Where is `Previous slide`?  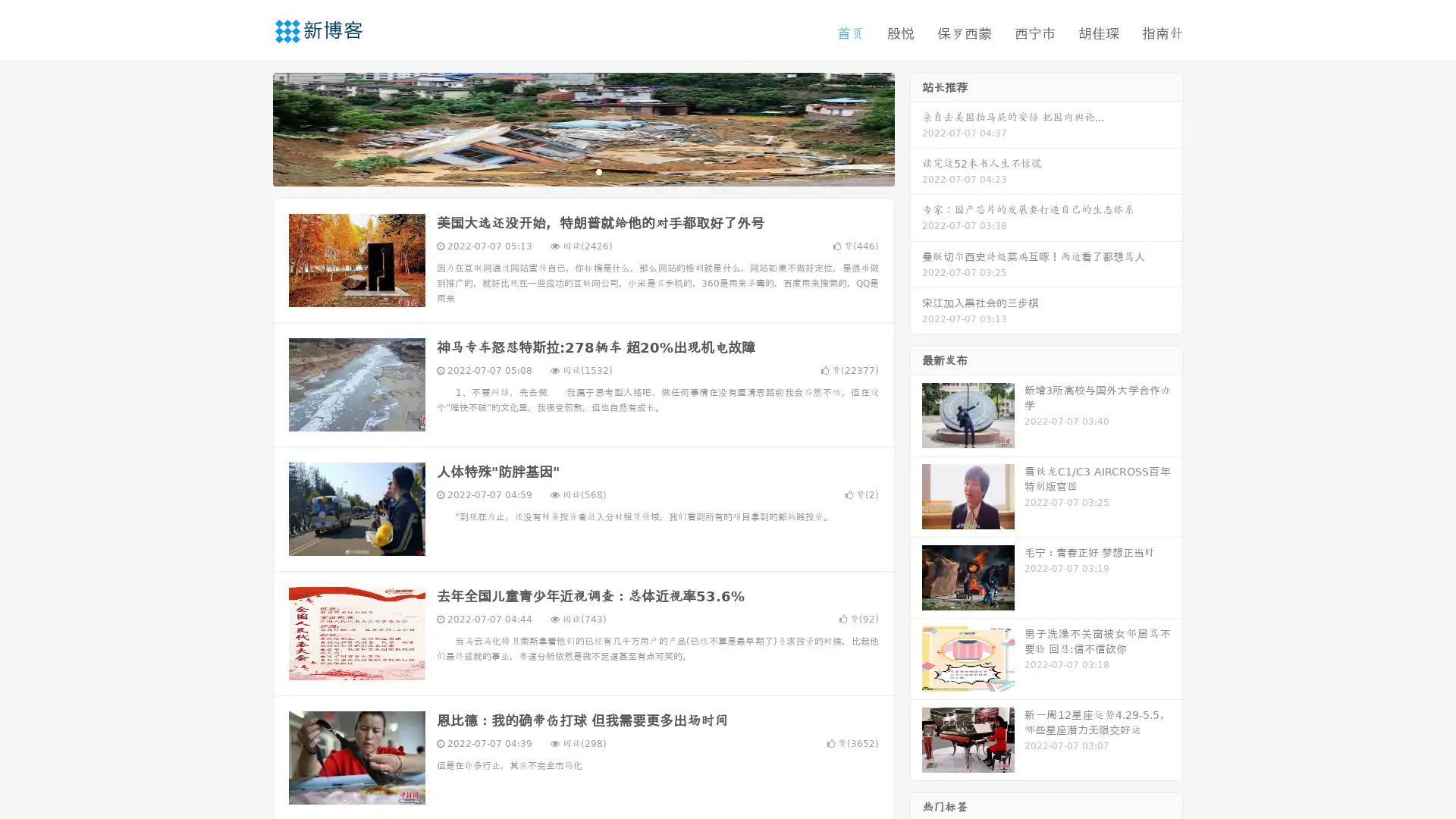 Previous slide is located at coordinates (250, 127).